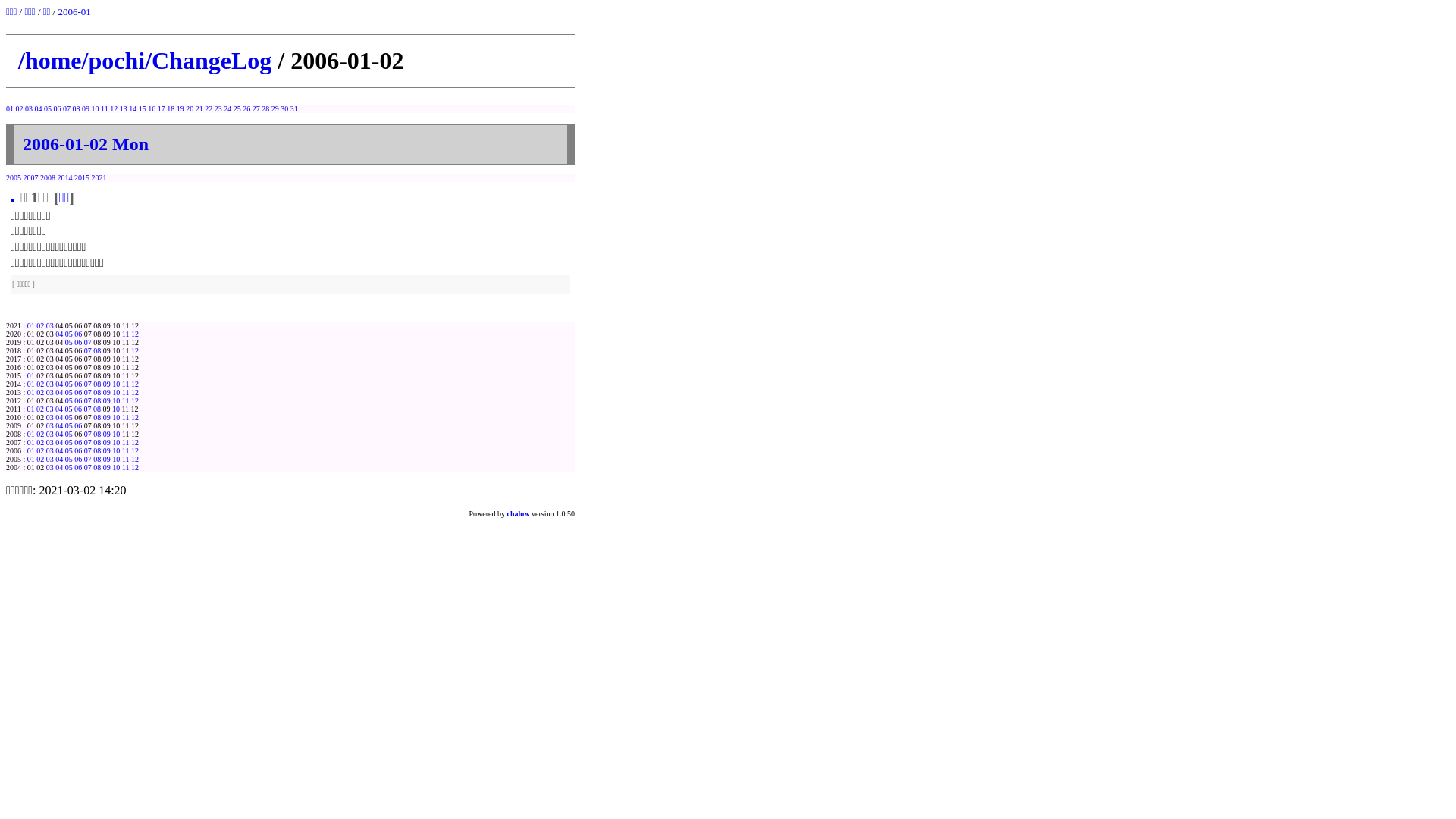 The image size is (1456, 819). I want to click on '09', so click(102, 450).